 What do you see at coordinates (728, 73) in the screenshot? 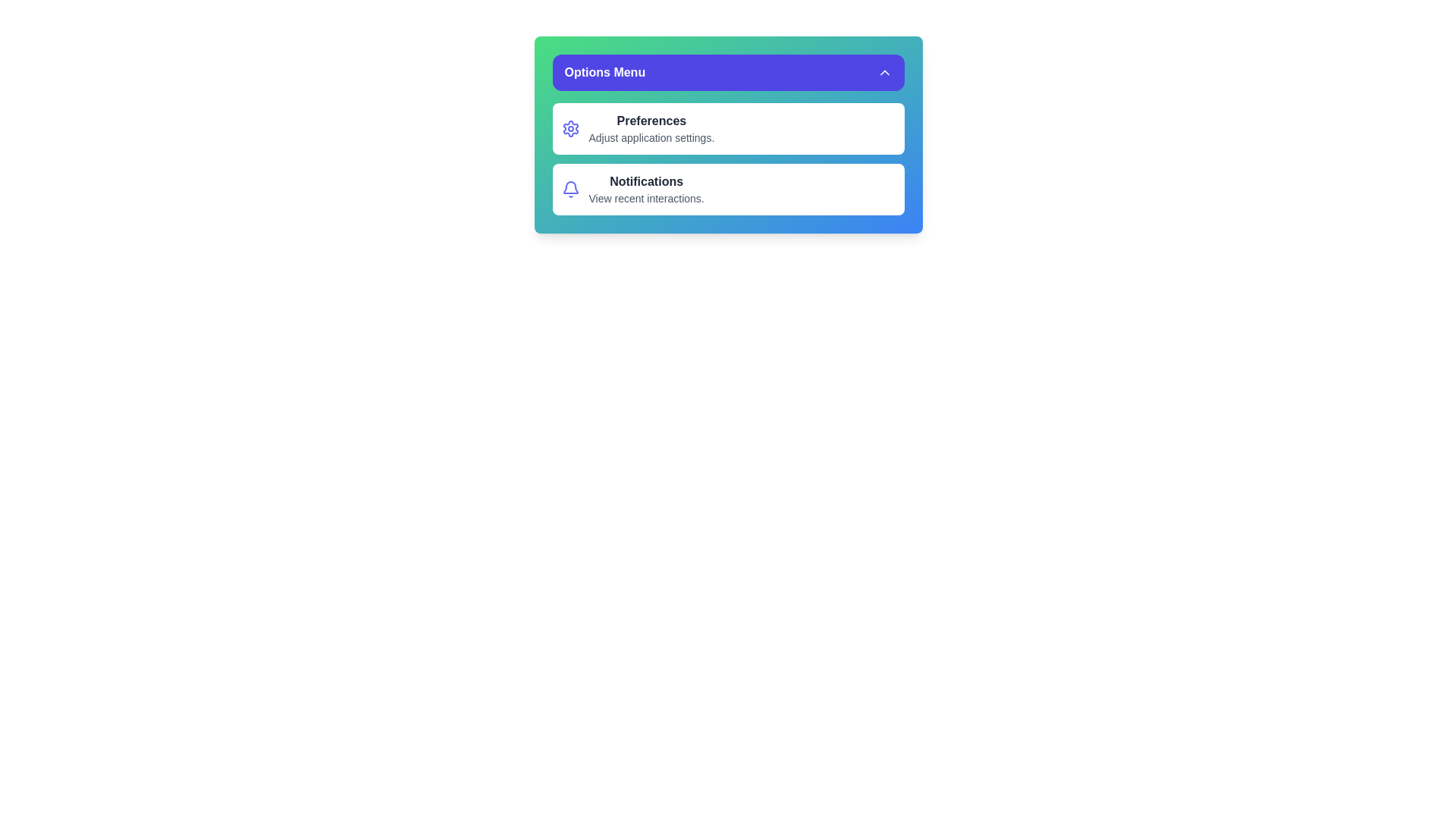
I see `the 'Options Menu' button to toggle the menu expansion` at bounding box center [728, 73].